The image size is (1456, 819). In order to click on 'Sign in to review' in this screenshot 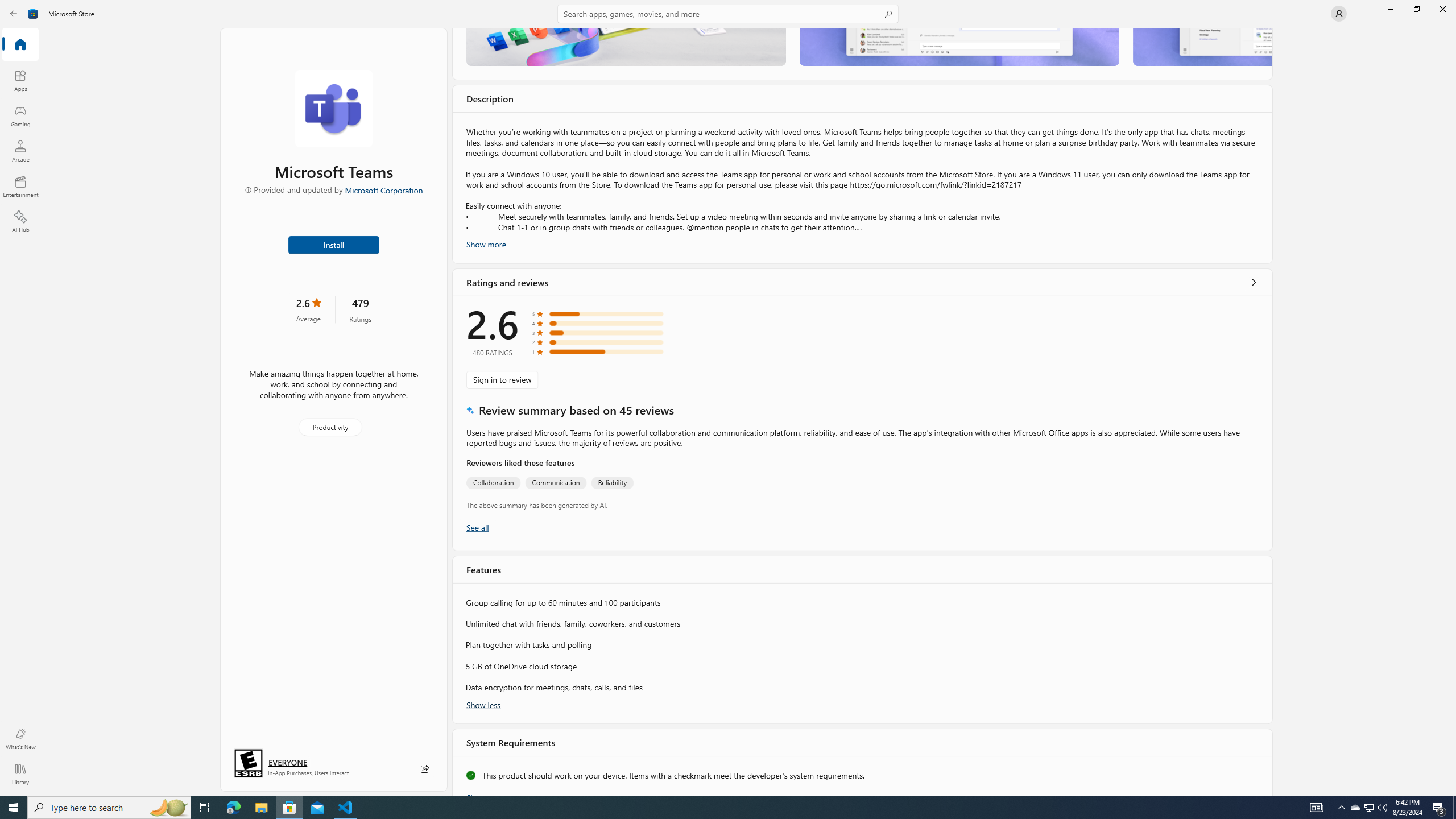, I will do `click(502, 379)`.